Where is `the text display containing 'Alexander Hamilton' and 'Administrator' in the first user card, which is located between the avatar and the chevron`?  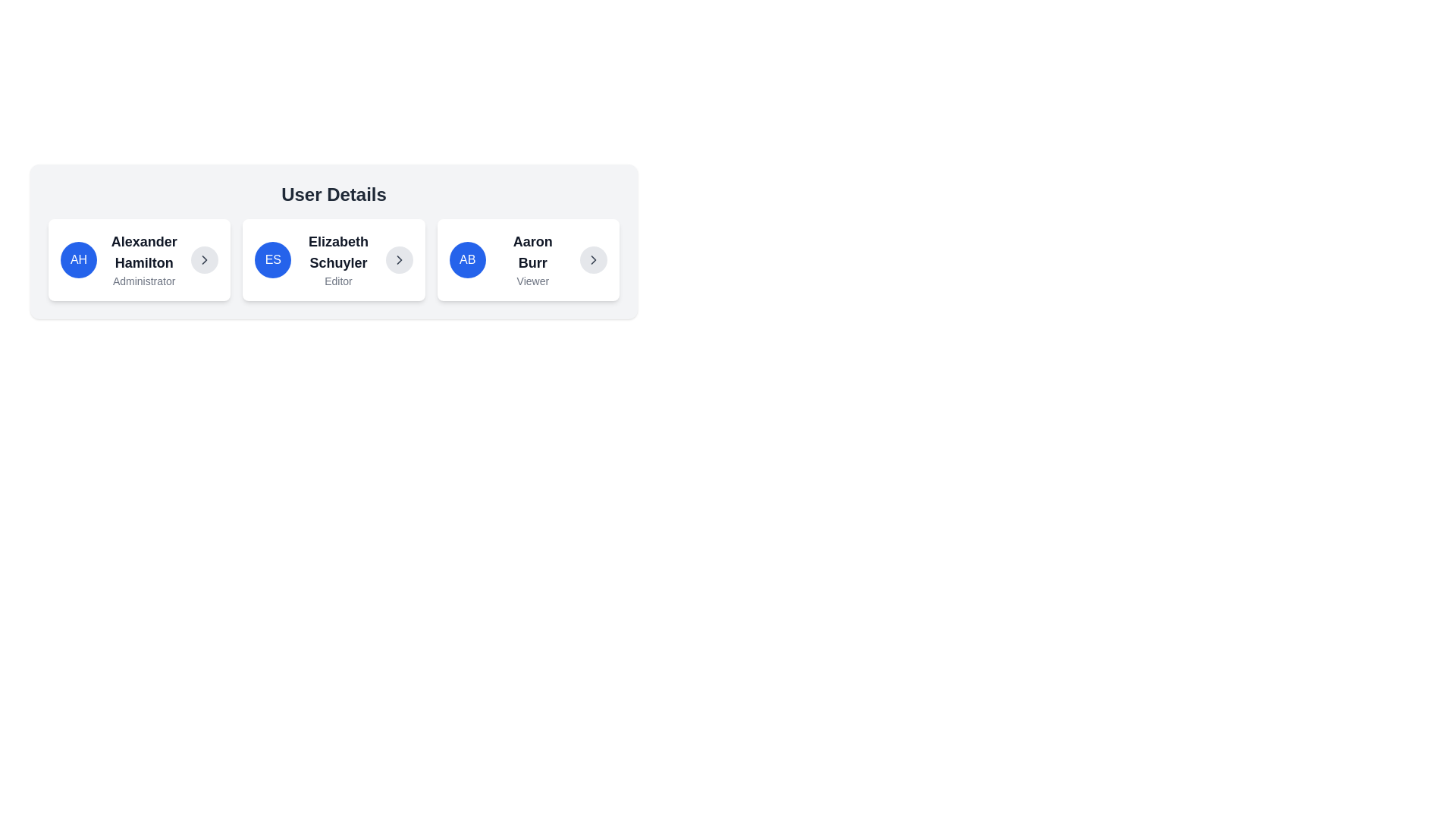
the text display containing 'Alexander Hamilton' and 'Administrator' in the first user card, which is located between the avatar and the chevron is located at coordinates (144, 259).